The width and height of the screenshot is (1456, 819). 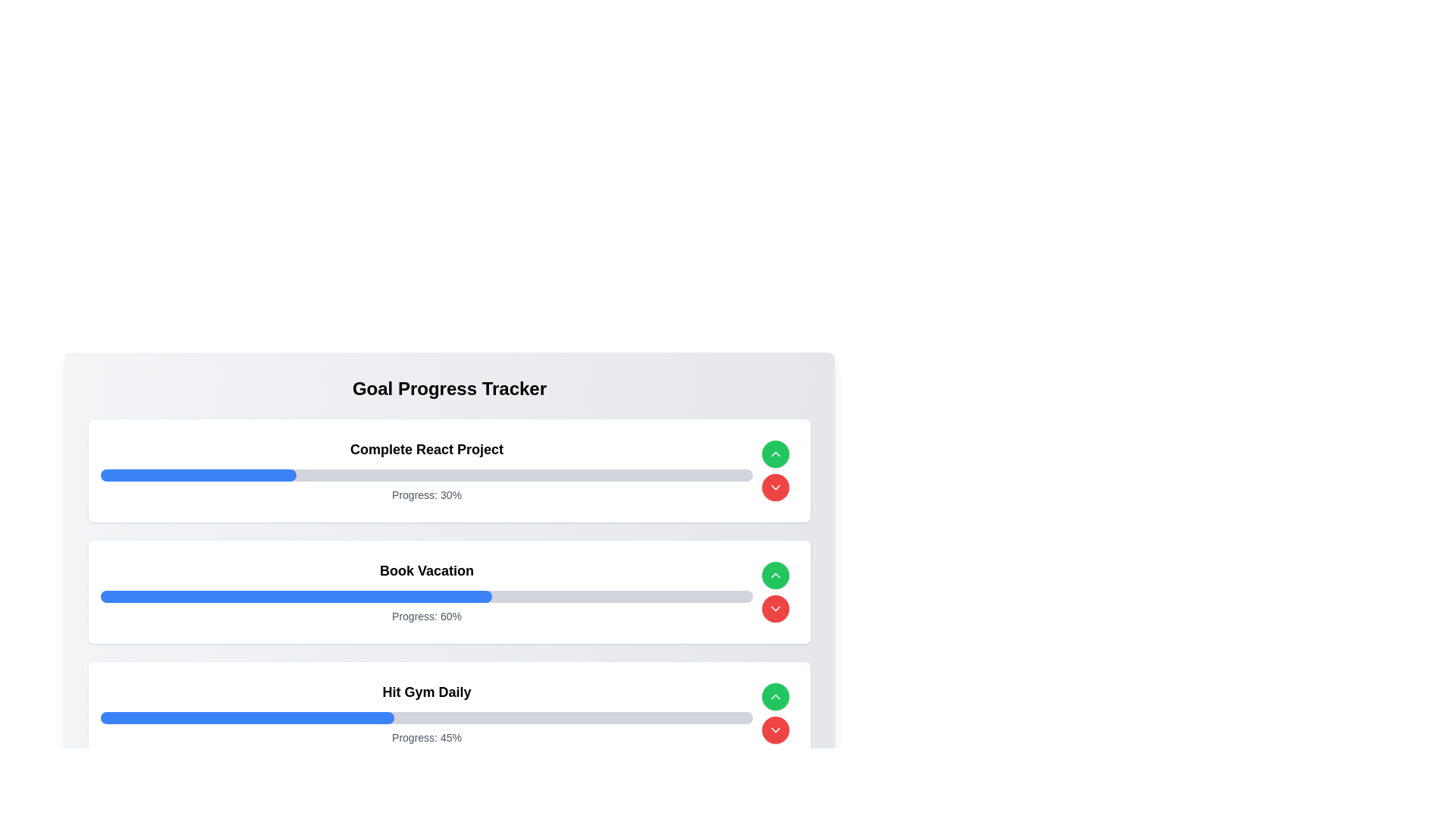 I want to click on the red button with a downward-pointing chevron icon located in the bottom-right corner of the 'Hit Gym Daily' card, so click(x=775, y=714).